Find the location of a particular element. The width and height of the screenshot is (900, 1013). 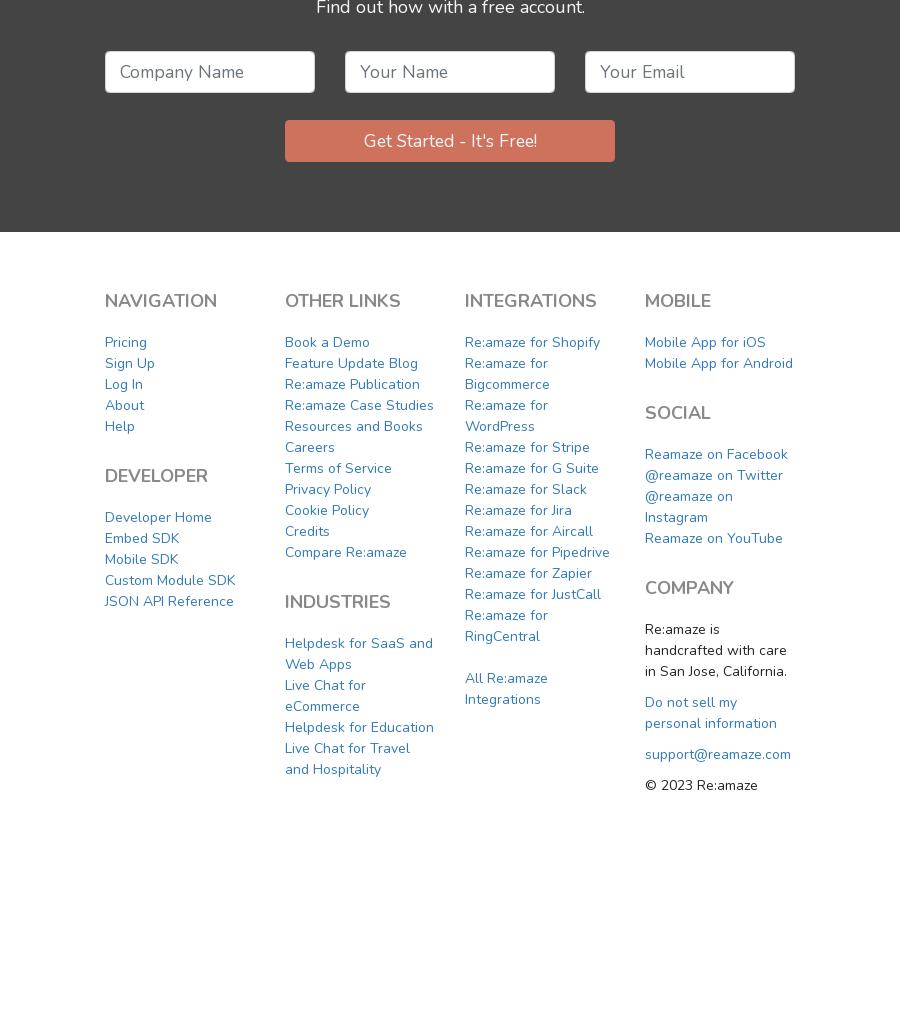

'Terms of Service' is located at coordinates (338, 466).